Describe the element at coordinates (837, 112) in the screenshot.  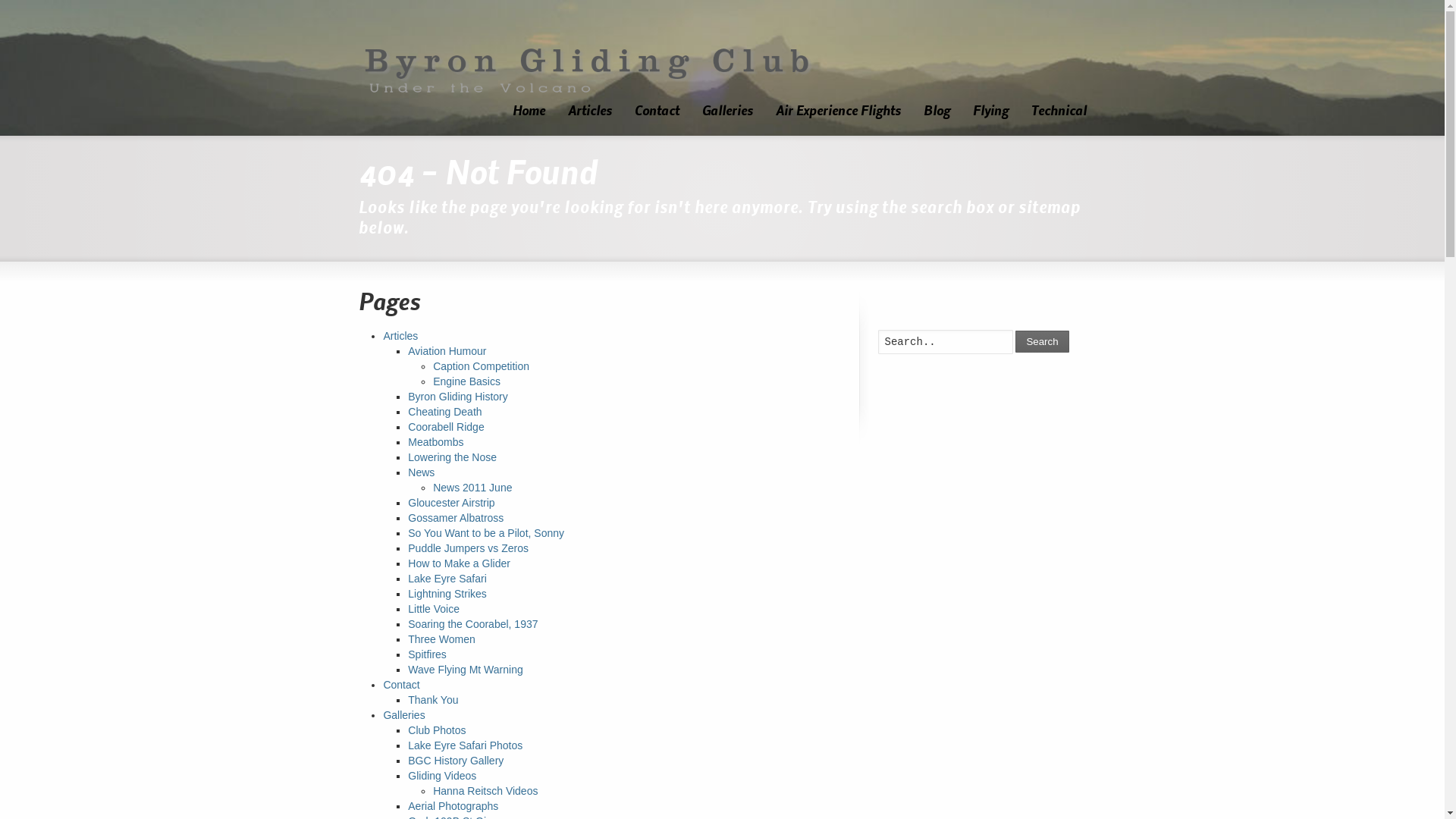
I see `'Air Experience Flights'` at that location.